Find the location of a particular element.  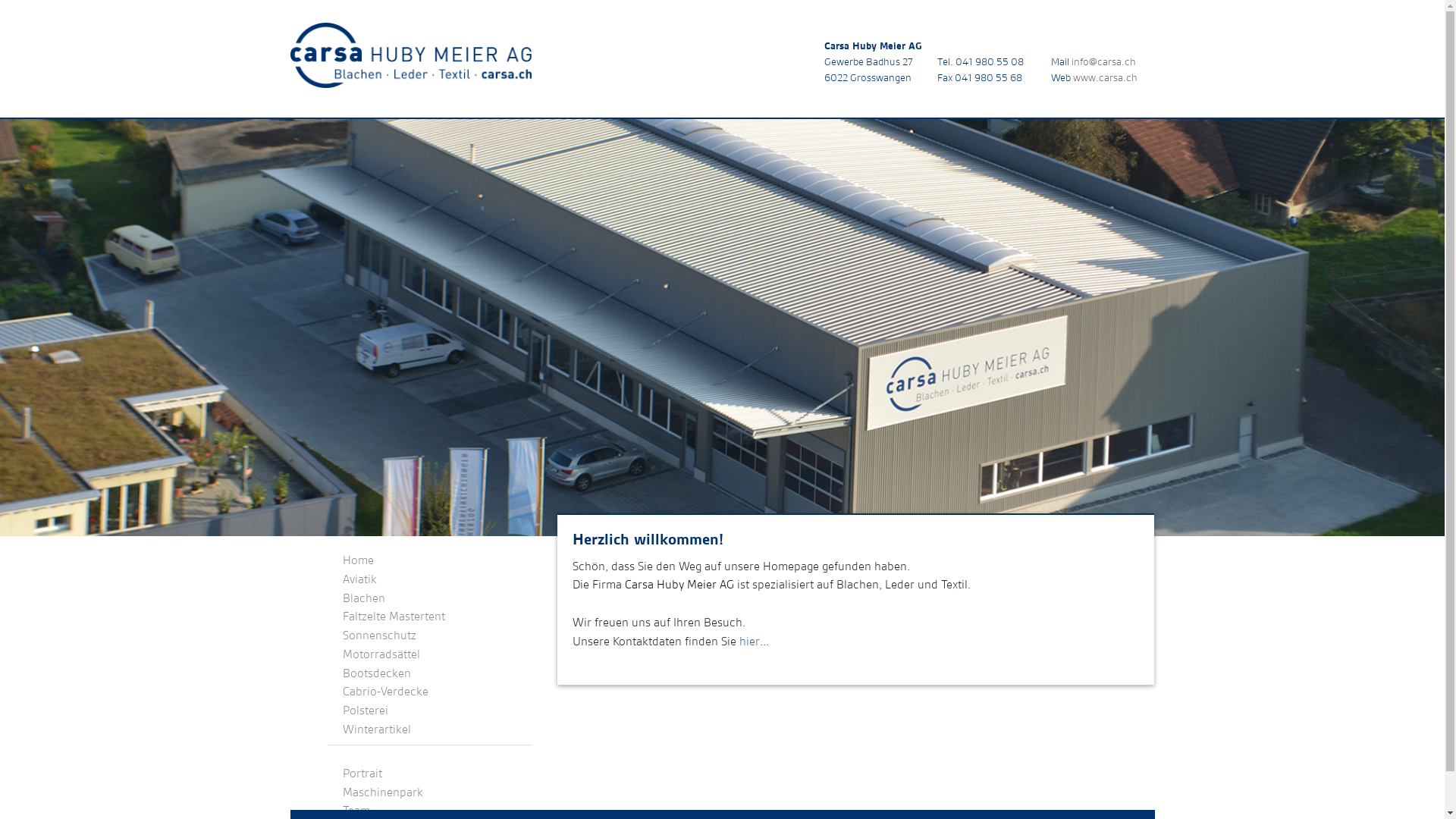

'Portrait' is located at coordinates (362, 773).